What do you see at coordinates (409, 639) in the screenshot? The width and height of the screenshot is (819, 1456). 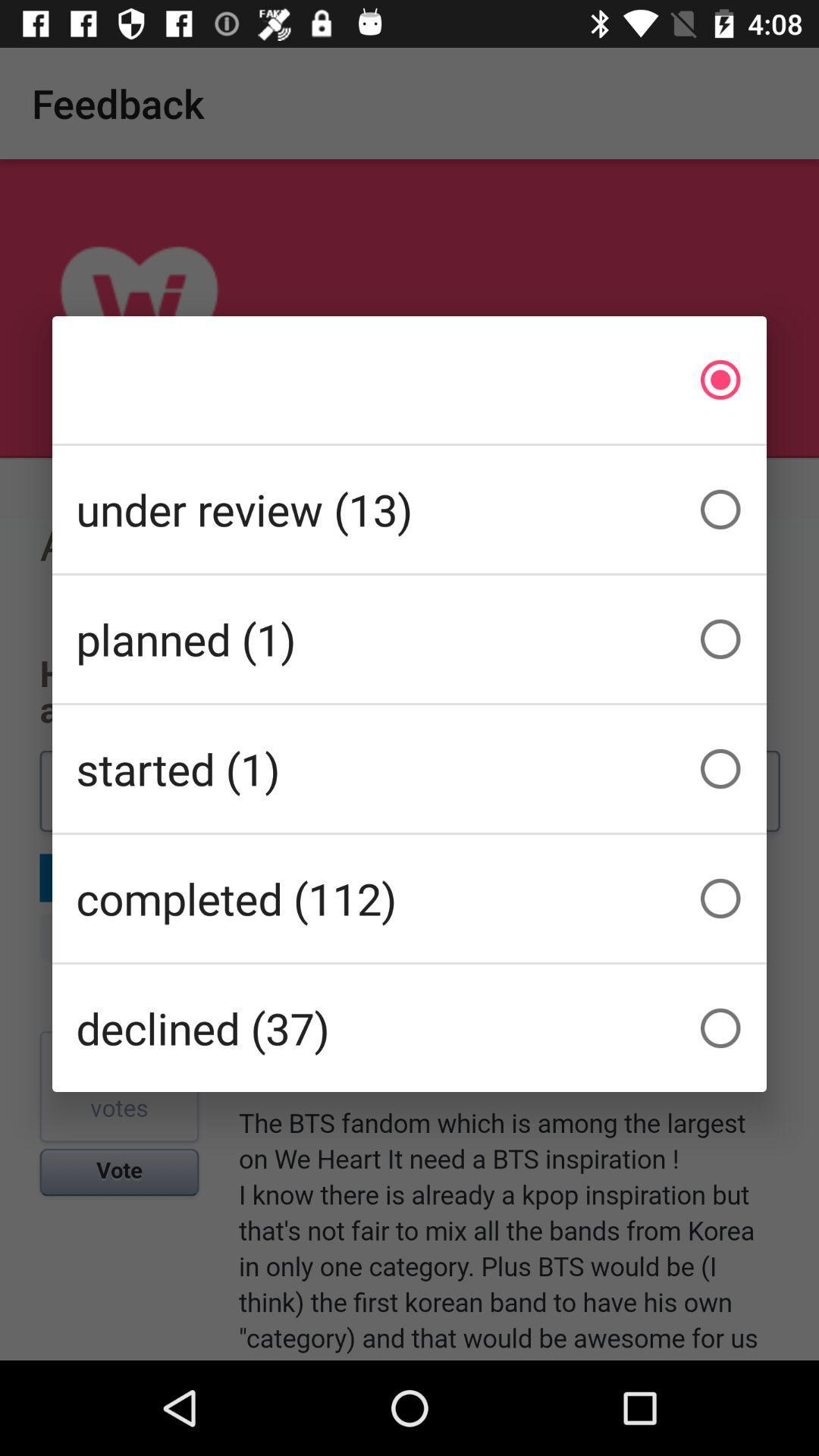 I see `the item above started (1) item` at bounding box center [409, 639].